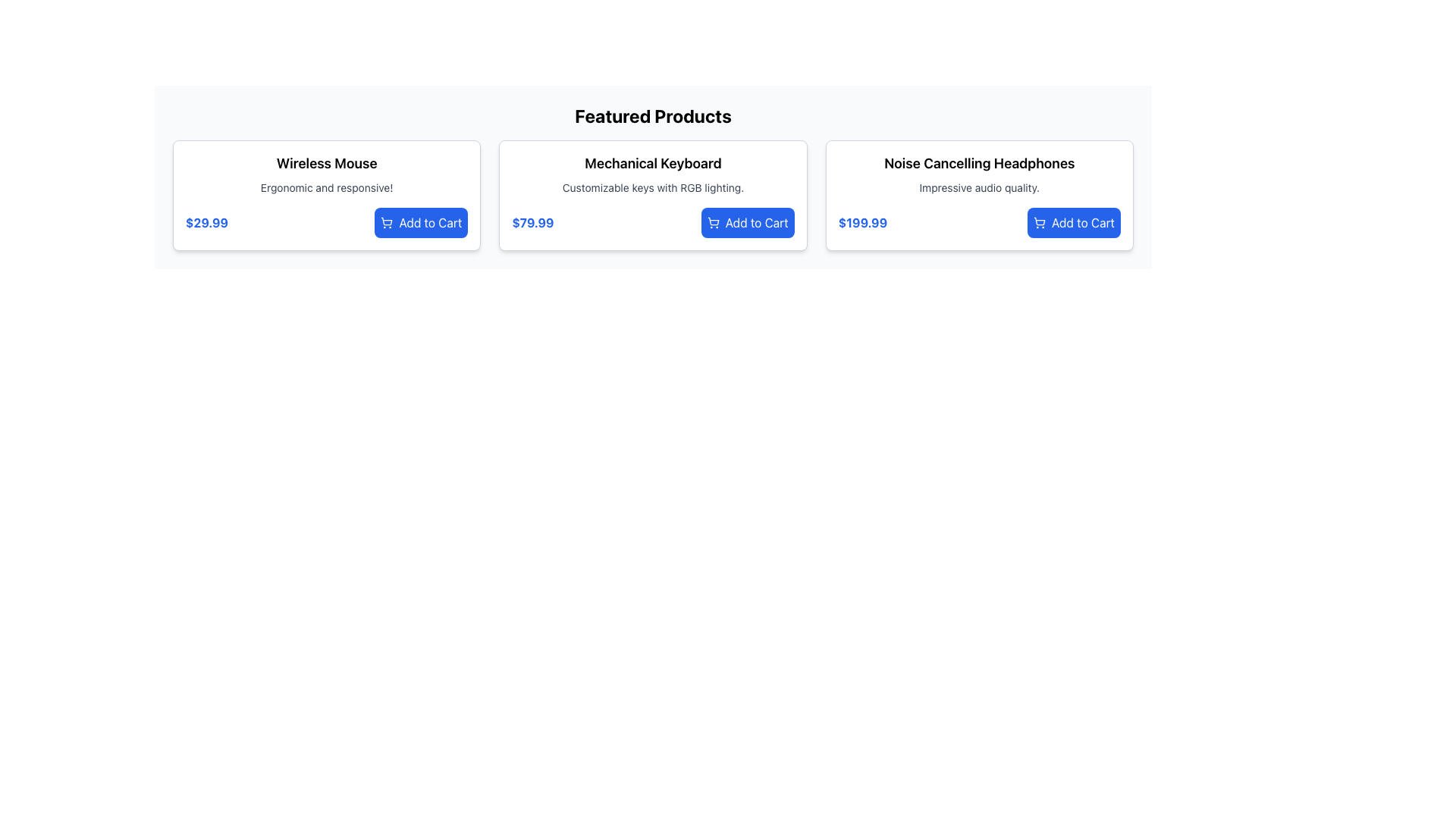 Image resolution: width=1456 pixels, height=819 pixels. I want to click on the static text label displaying 'Impressive audio quality.' located beneath the title 'Noise Cancelling Headphones' and above the price and 'Add to Cart' section within the product card, so click(979, 187).